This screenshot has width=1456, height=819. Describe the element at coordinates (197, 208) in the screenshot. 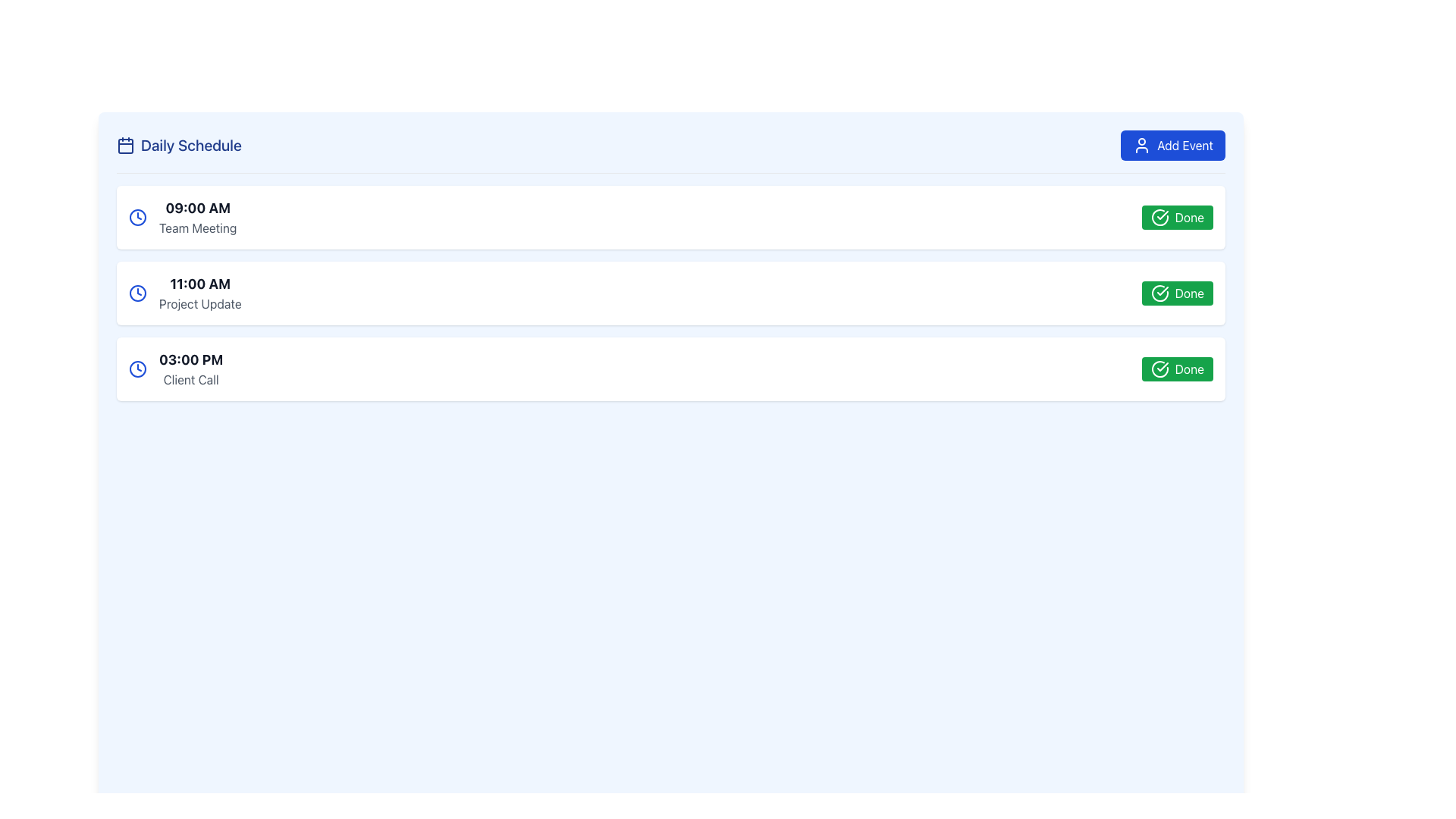

I see `the bold-styled time text '09:00 AM'` at that location.